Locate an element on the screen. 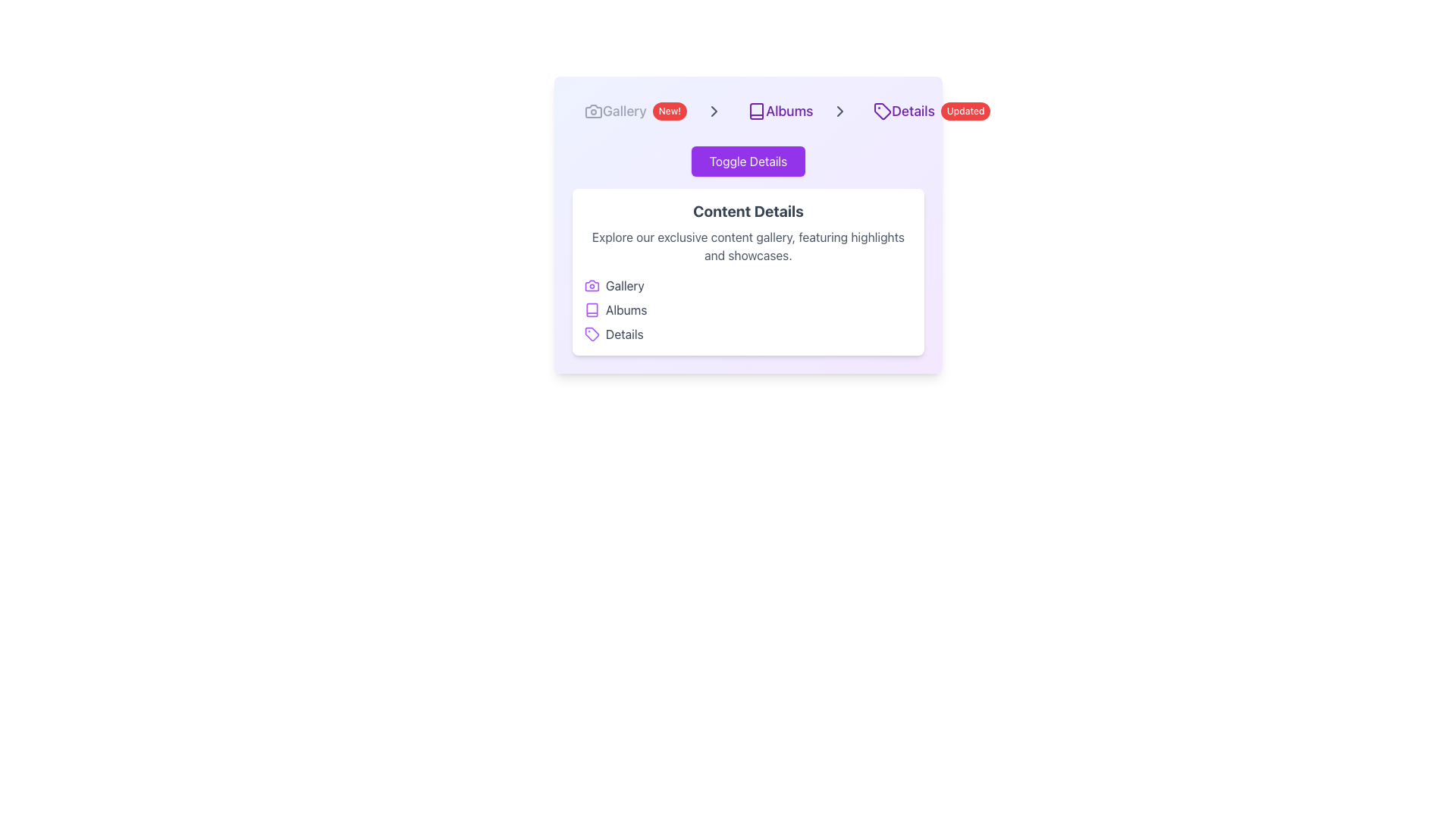 This screenshot has width=1456, height=819. the 'New!' label, which is a small red pill-shaped element displaying bright white text, located immediately to the right of the 'Gallery' text in the navigation header is located at coordinates (669, 110).